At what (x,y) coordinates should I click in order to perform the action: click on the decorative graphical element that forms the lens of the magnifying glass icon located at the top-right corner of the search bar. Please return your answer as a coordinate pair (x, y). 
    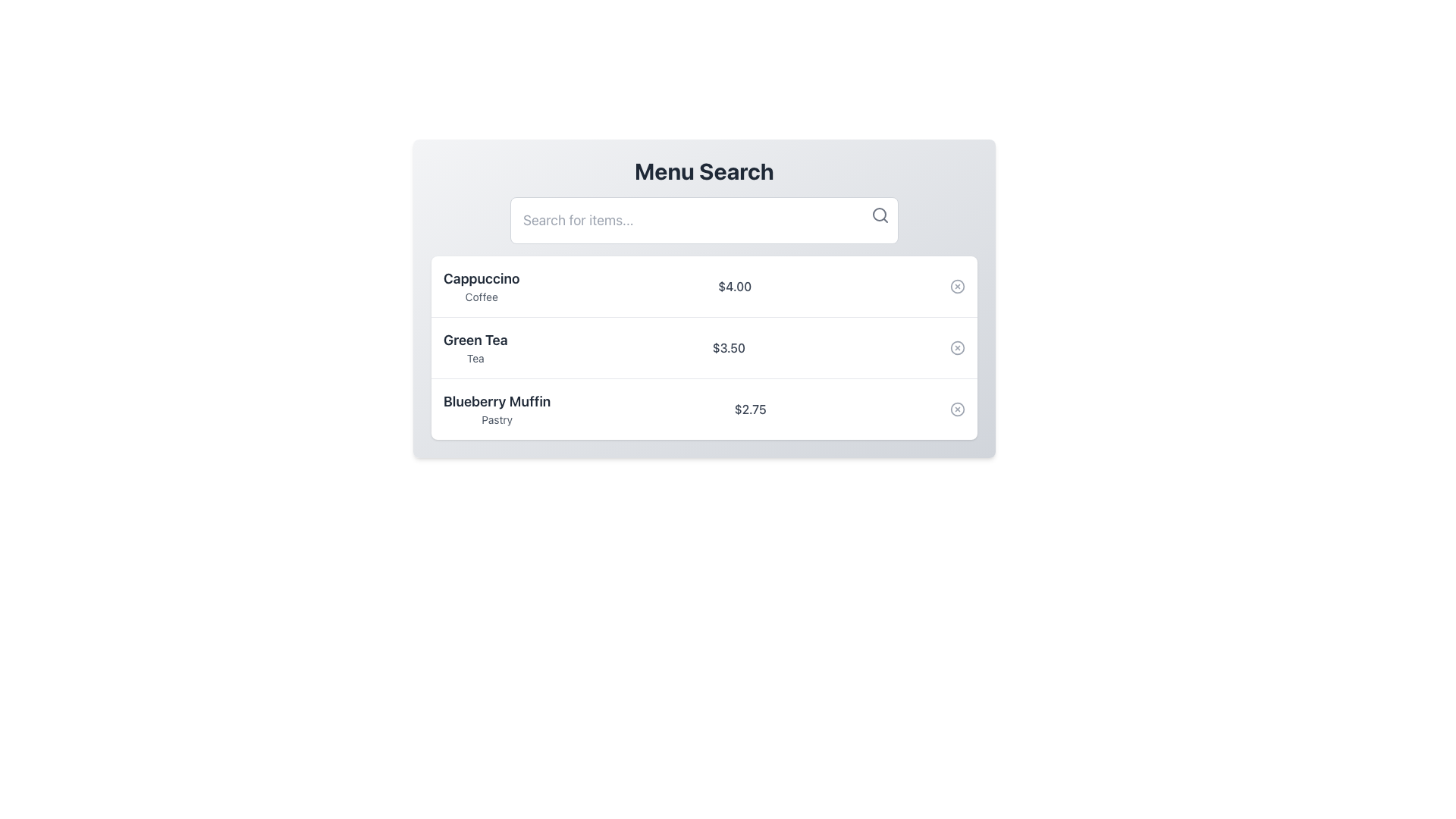
    Looking at the image, I should click on (880, 214).